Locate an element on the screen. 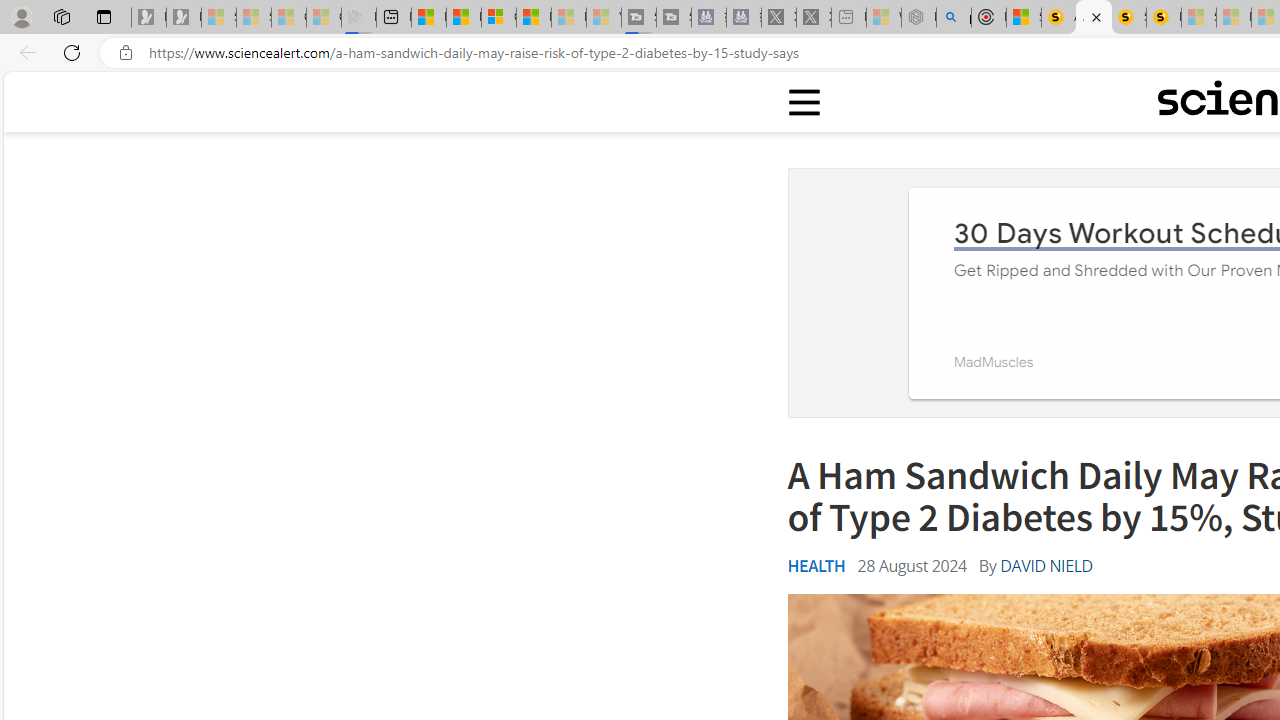 This screenshot has width=1280, height=720. 'Microsoft Start - Sleeping' is located at coordinates (567, 17).